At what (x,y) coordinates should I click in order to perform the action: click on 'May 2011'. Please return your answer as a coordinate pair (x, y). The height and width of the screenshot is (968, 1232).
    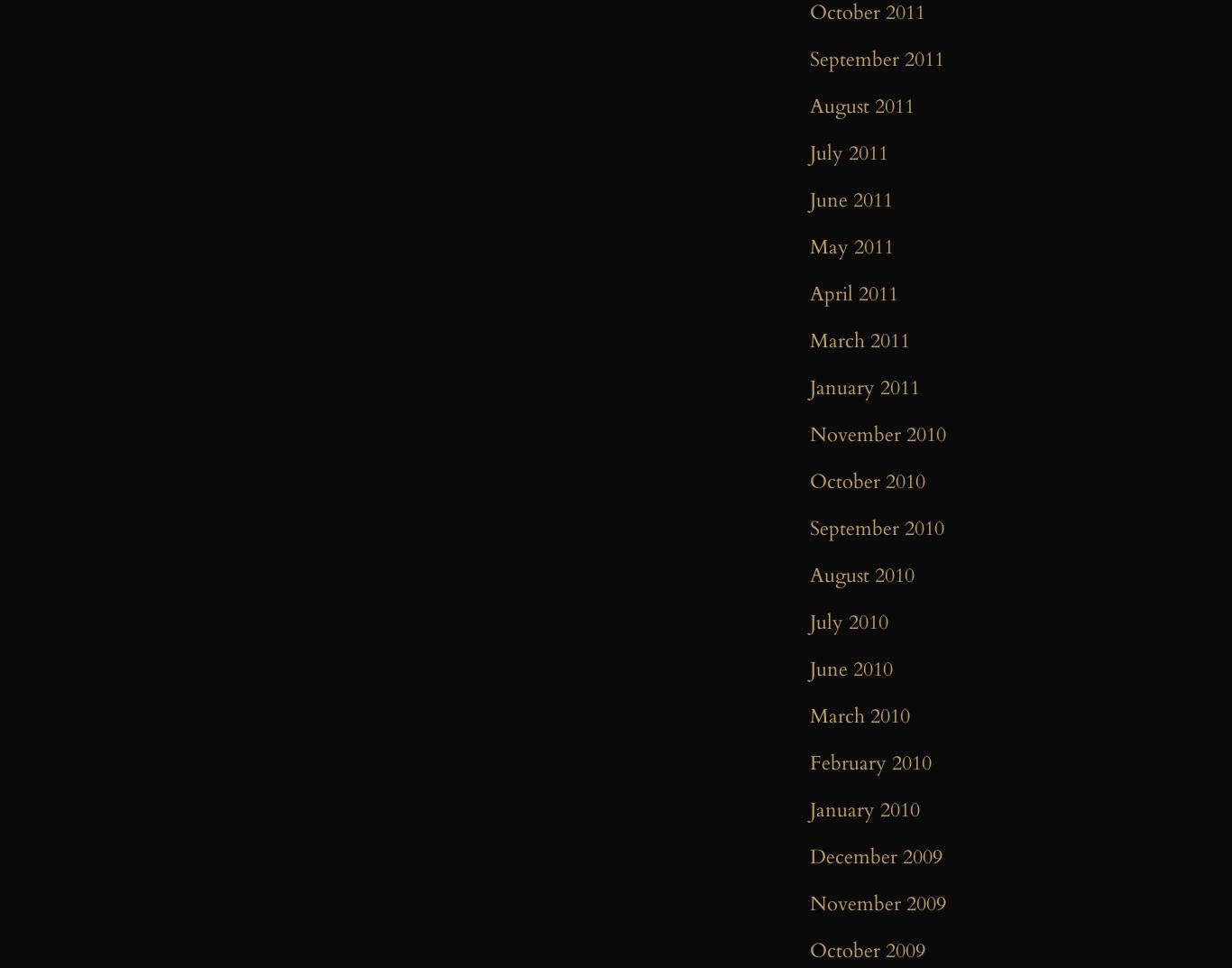
    Looking at the image, I should click on (851, 246).